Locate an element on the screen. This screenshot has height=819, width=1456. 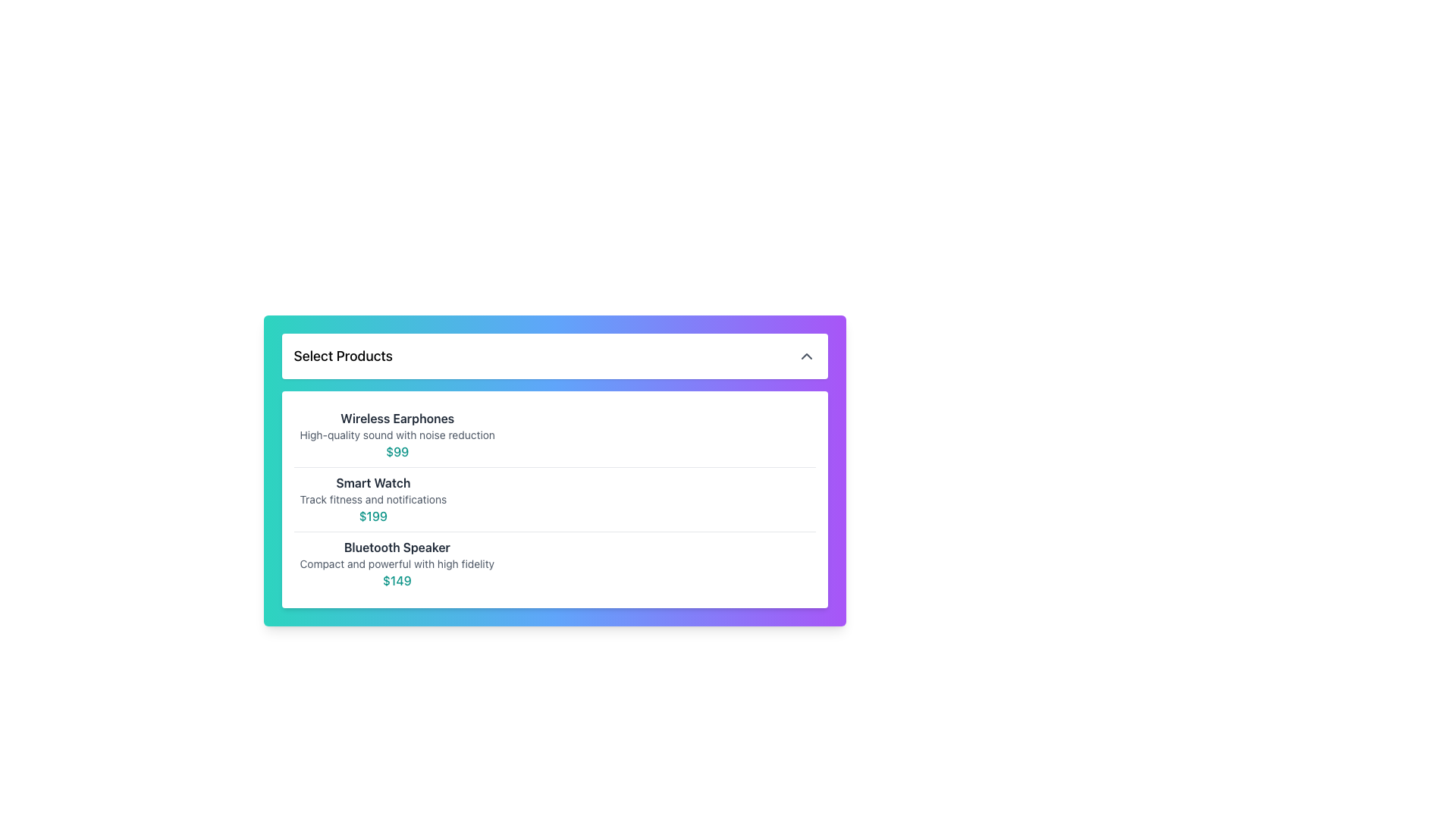
the List item card for the 'Smart Watch' product, which is the second item in a vertical list of three entries, located below 'Wireless Earphones' and above 'Bluetooth Speaker' is located at coordinates (554, 500).